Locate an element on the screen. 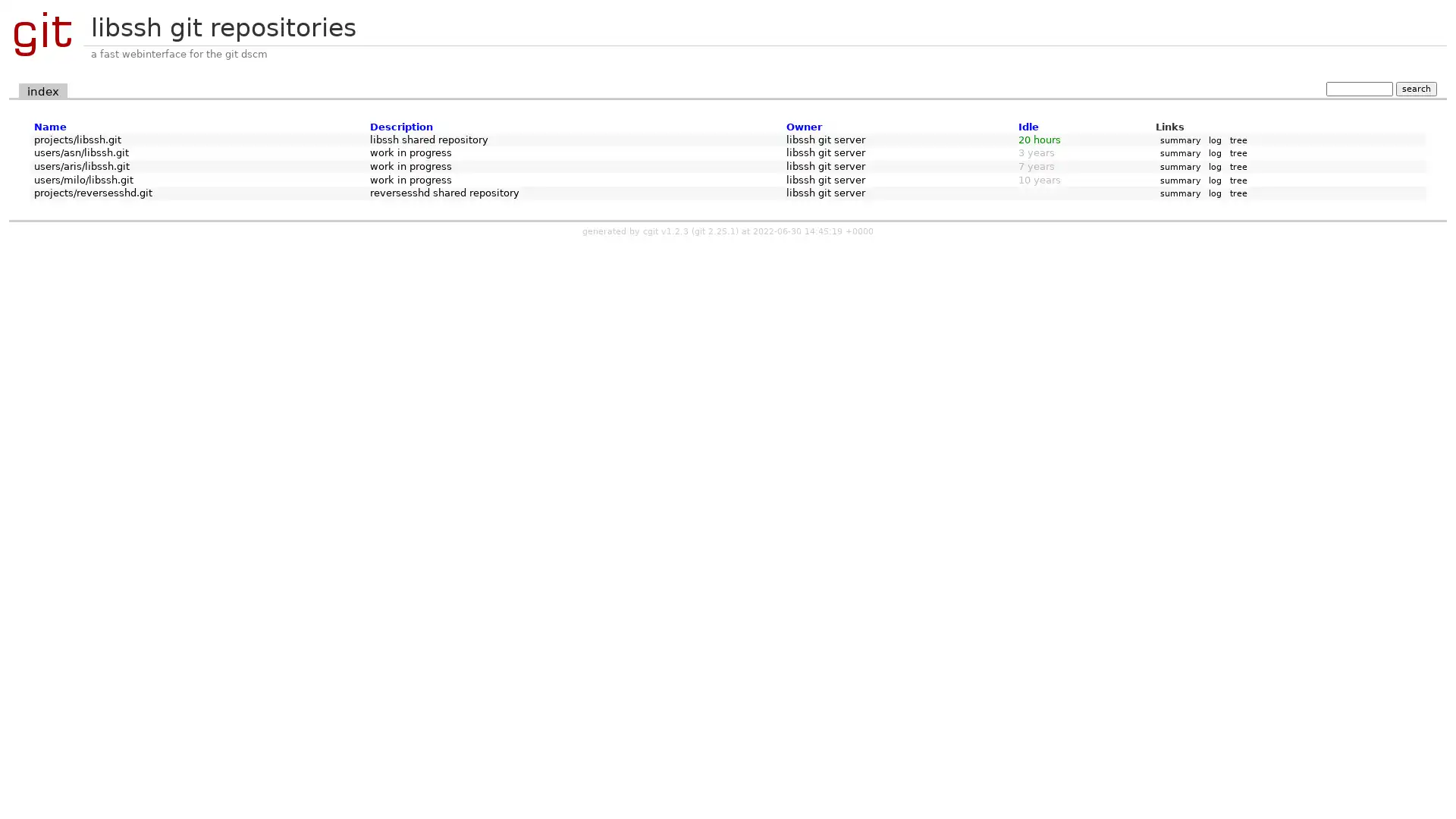  search is located at coordinates (1415, 88).